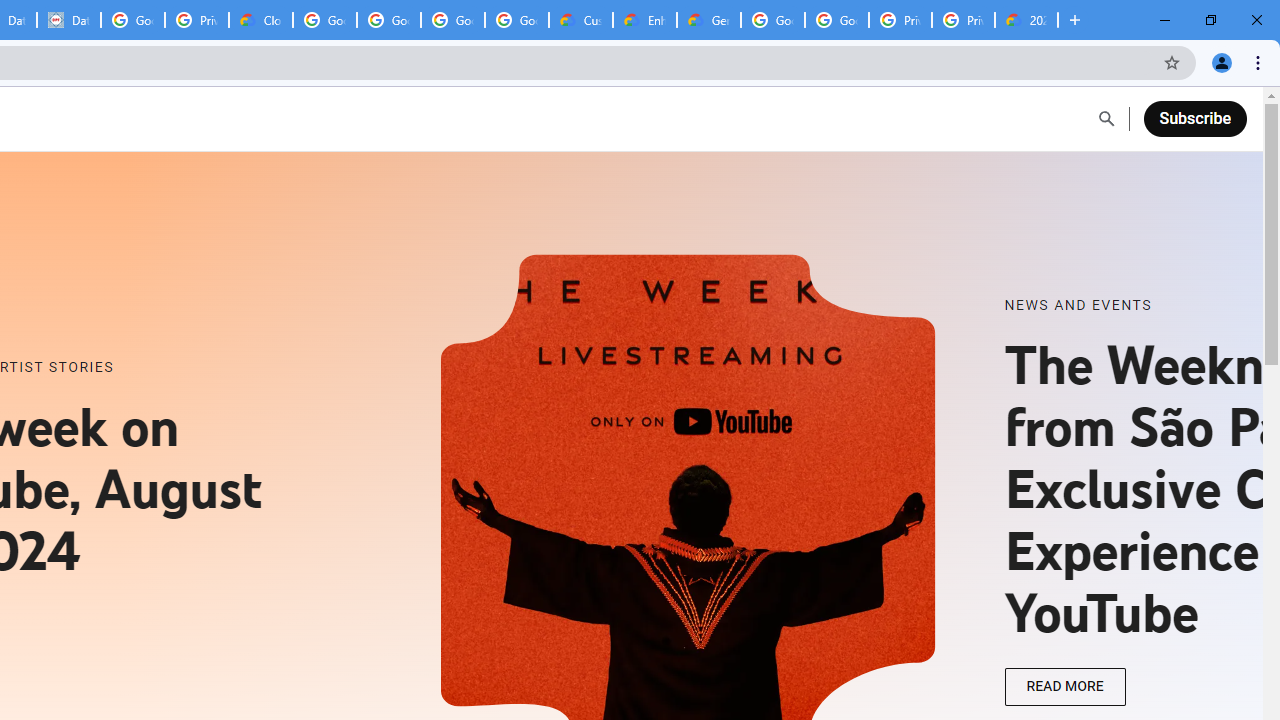 The image size is (1280, 720). What do you see at coordinates (772, 20) in the screenshot?
I see `'Google Cloud Platform'` at bounding box center [772, 20].